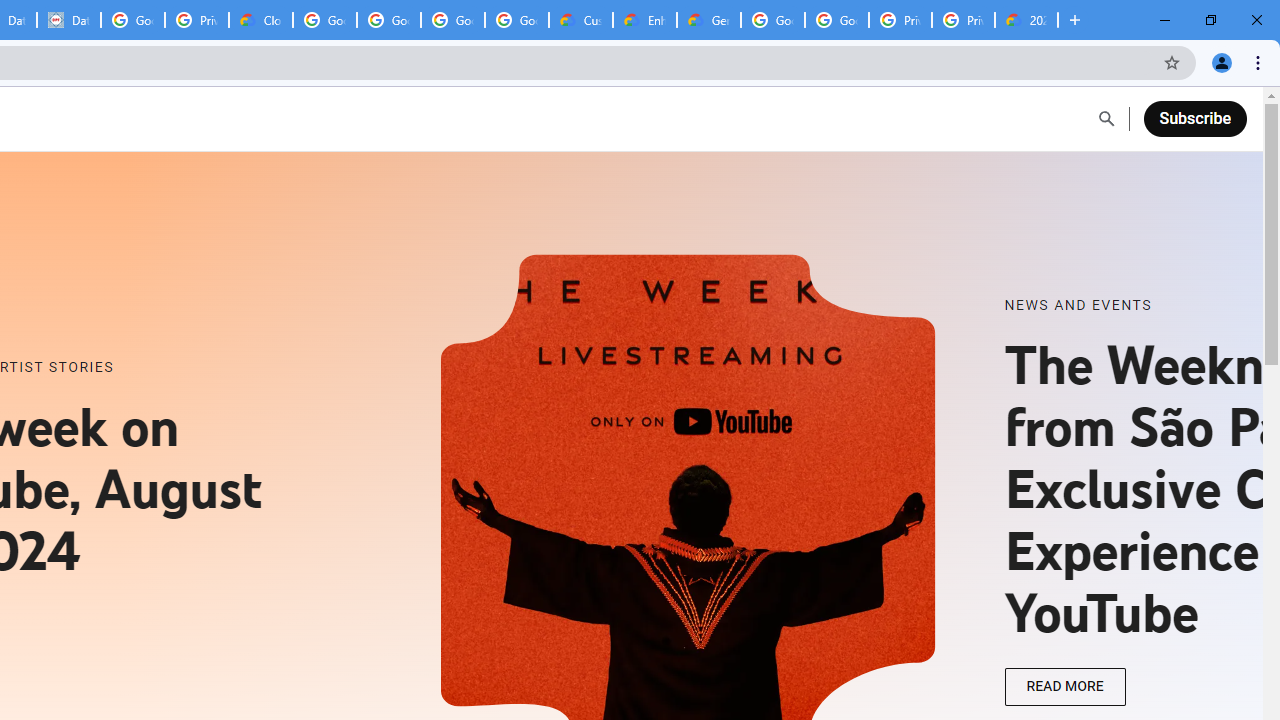 The image size is (1280, 720). What do you see at coordinates (772, 20) in the screenshot?
I see `'Google Cloud Platform'` at bounding box center [772, 20].